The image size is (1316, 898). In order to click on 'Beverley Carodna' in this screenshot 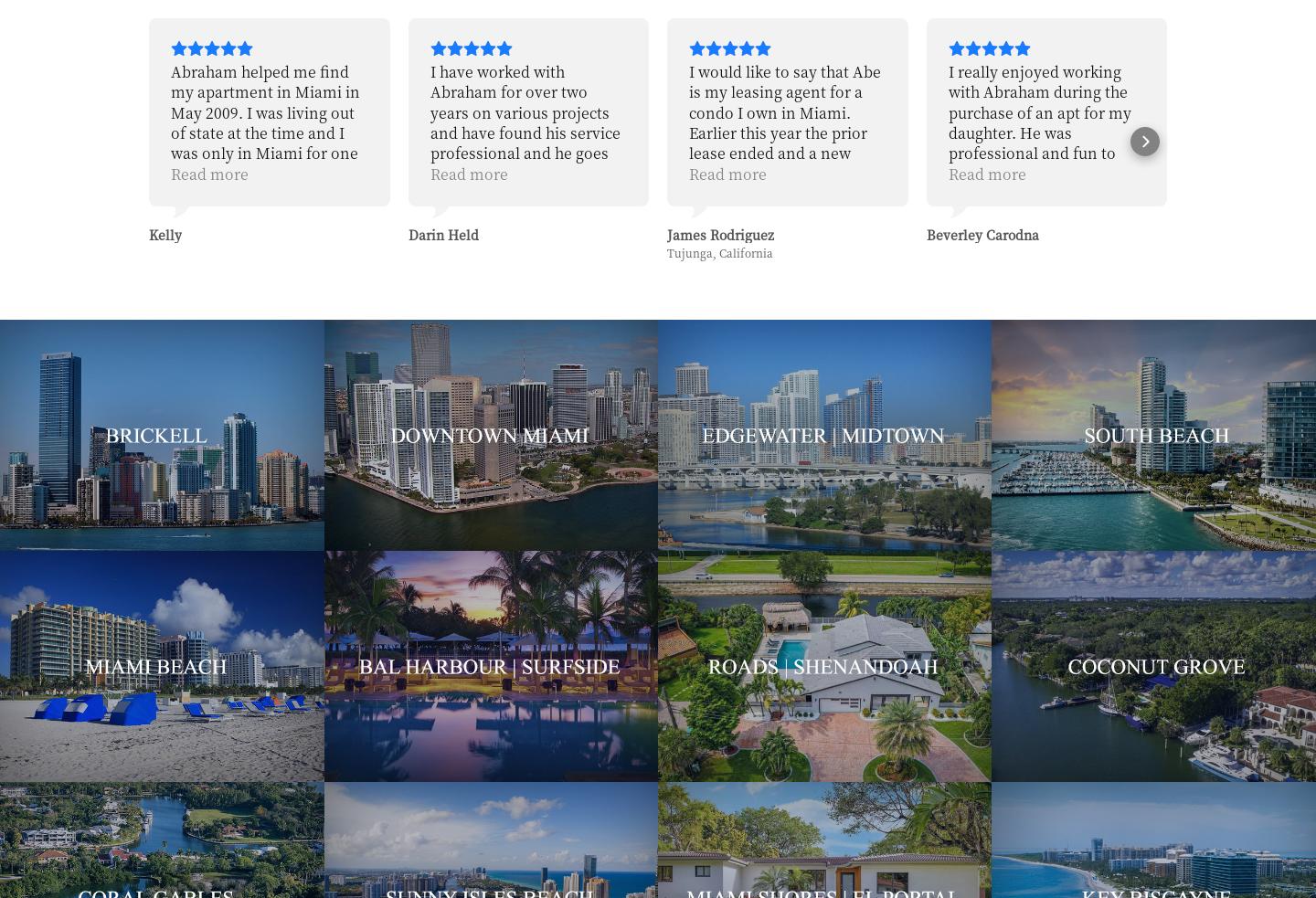, I will do `click(723, 234)`.